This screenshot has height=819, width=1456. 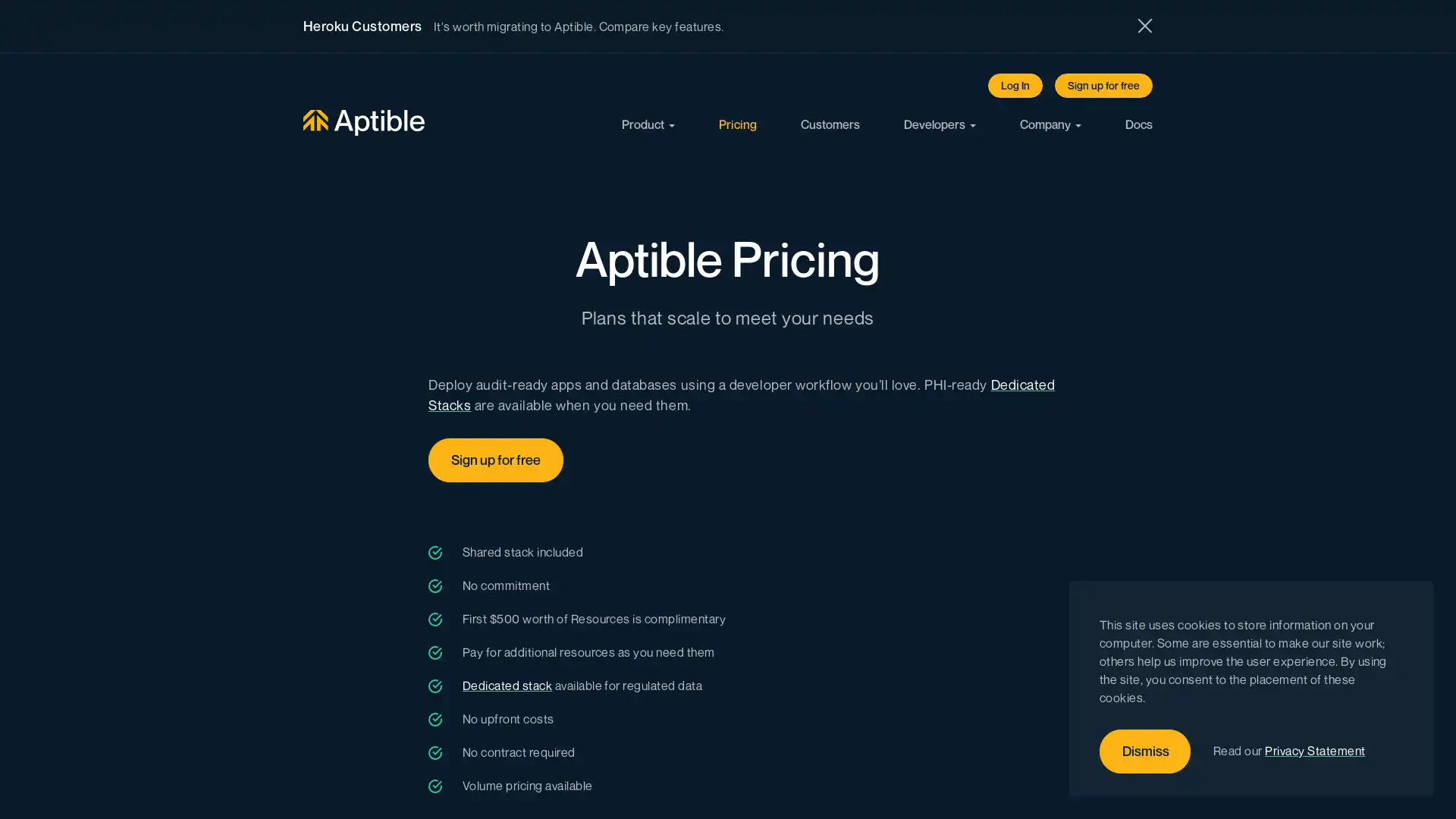 I want to click on Sign up for free, so click(x=495, y=459).